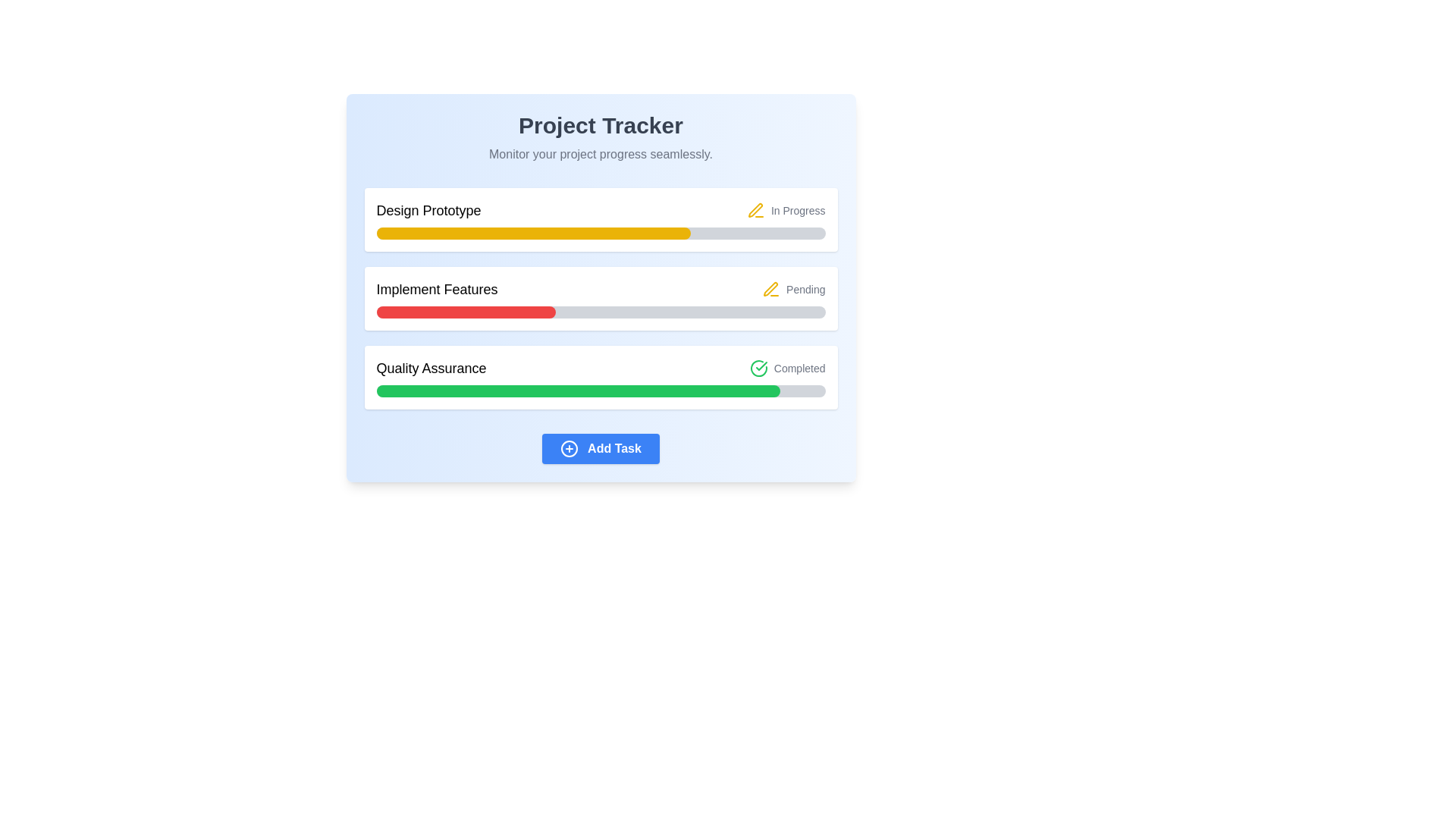  What do you see at coordinates (431, 369) in the screenshot?
I see `the 'Quality Assurance' text label, which is the leftmost component in the progress tracker interface` at bounding box center [431, 369].